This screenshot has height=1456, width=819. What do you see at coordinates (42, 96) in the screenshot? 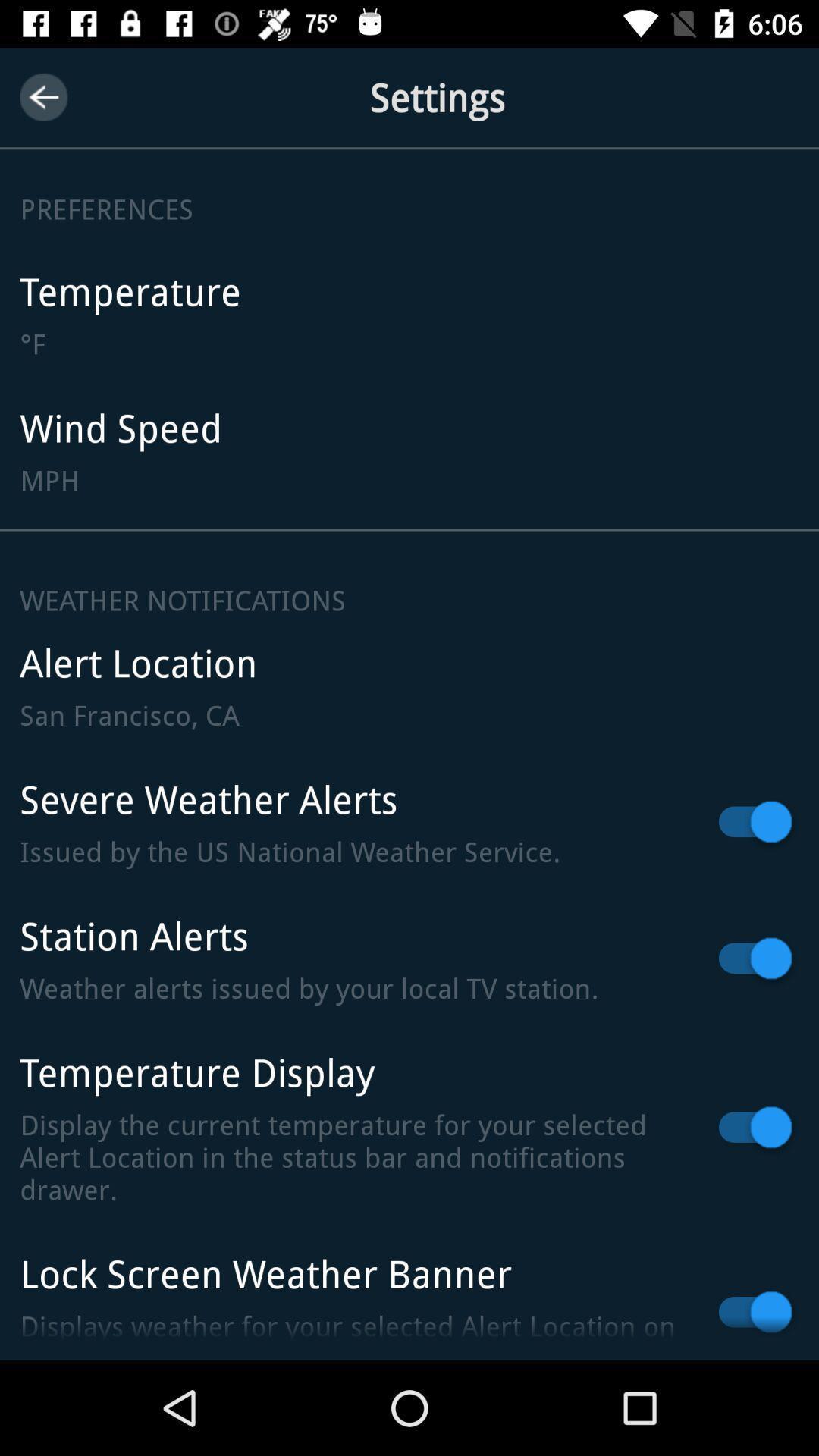
I see `the arrow_backward icon` at bounding box center [42, 96].